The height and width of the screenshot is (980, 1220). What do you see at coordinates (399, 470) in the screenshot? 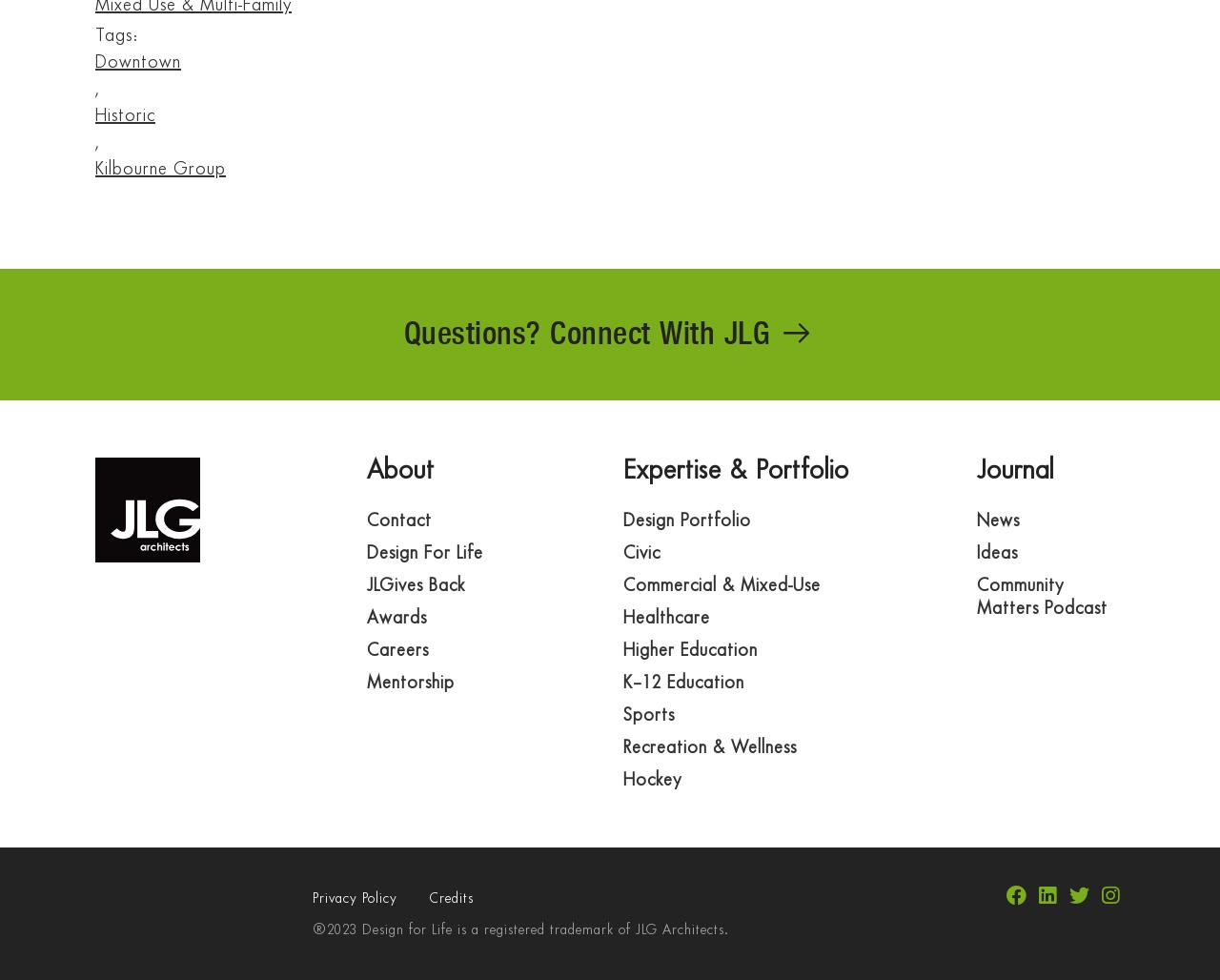
I see `'About'` at bounding box center [399, 470].